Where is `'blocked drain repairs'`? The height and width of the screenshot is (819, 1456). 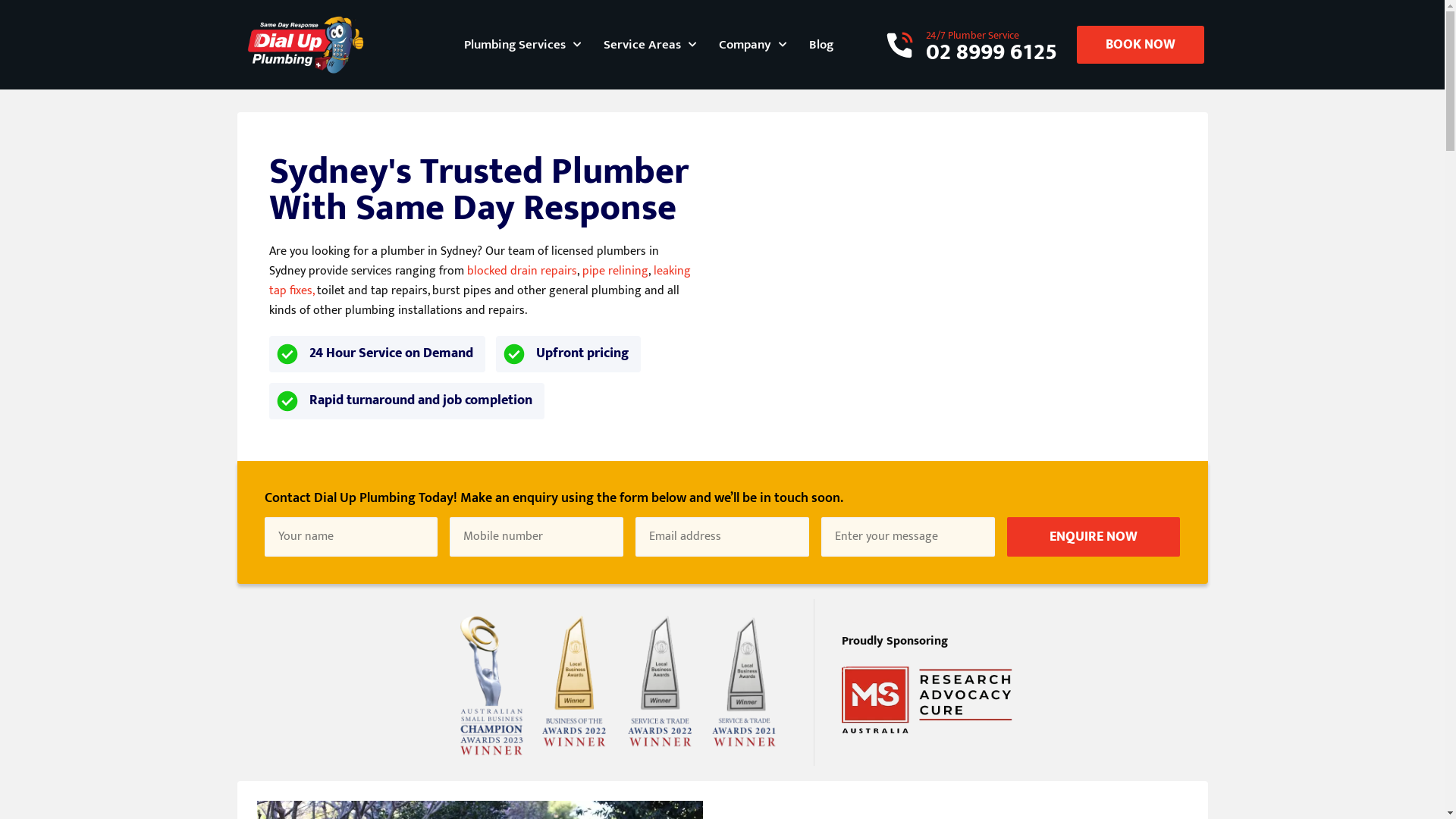 'blocked drain repairs' is located at coordinates (522, 270).